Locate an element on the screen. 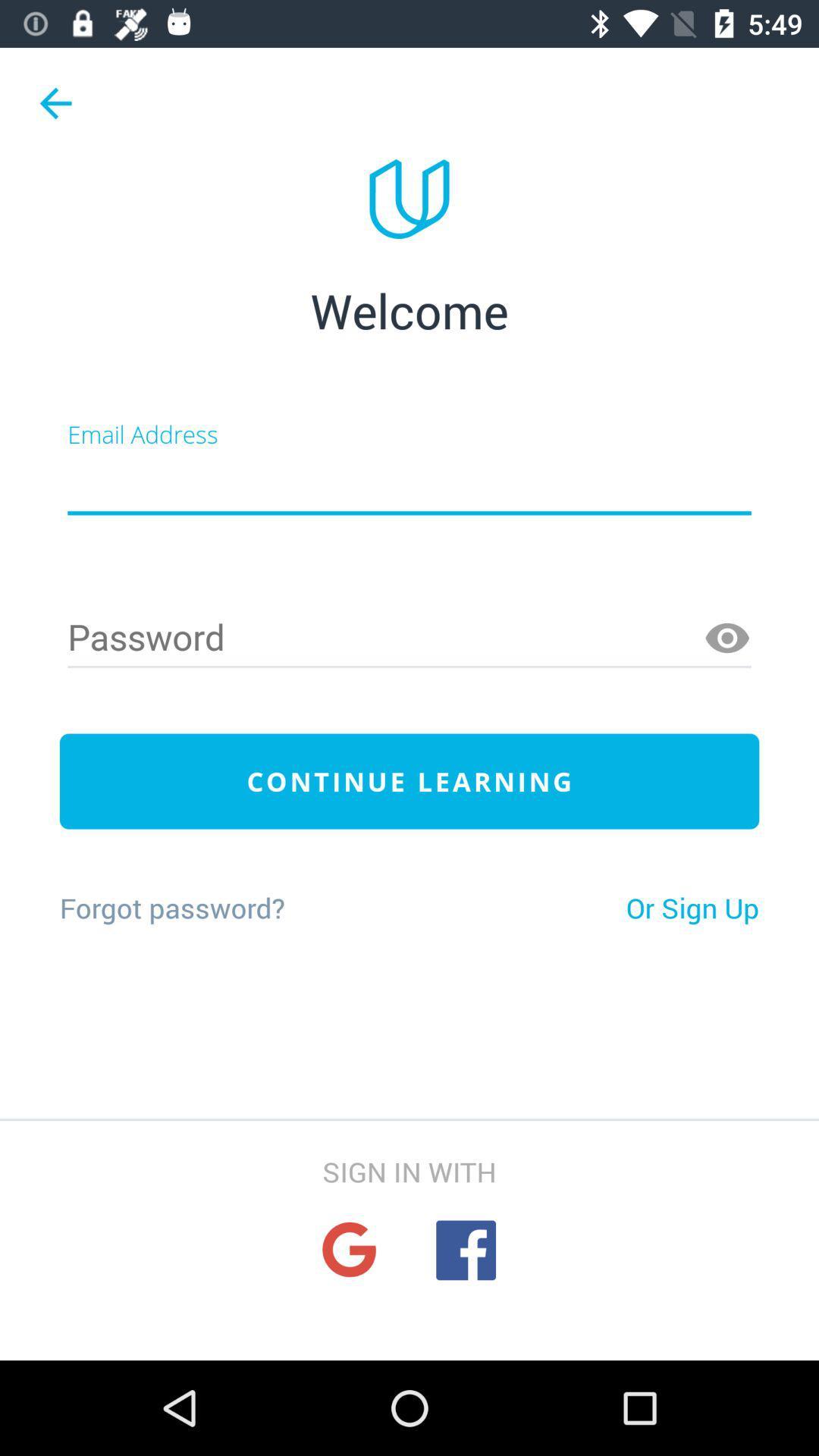 The image size is (819, 1456). make password visible is located at coordinates (726, 639).